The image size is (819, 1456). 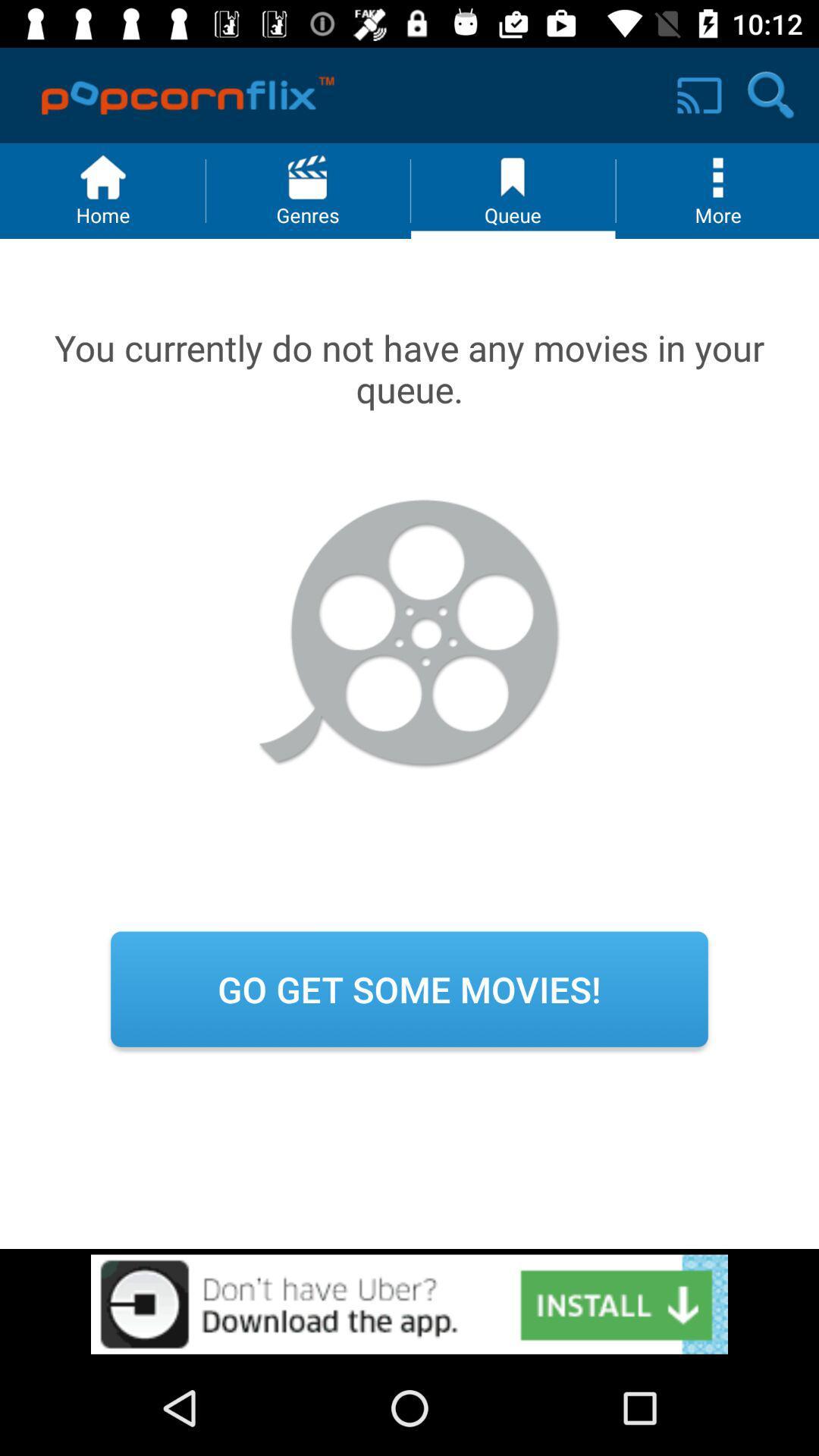 What do you see at coordinates (771, 94) in the screenshot?
I see `the search icon` at bounding box center [771, 94].